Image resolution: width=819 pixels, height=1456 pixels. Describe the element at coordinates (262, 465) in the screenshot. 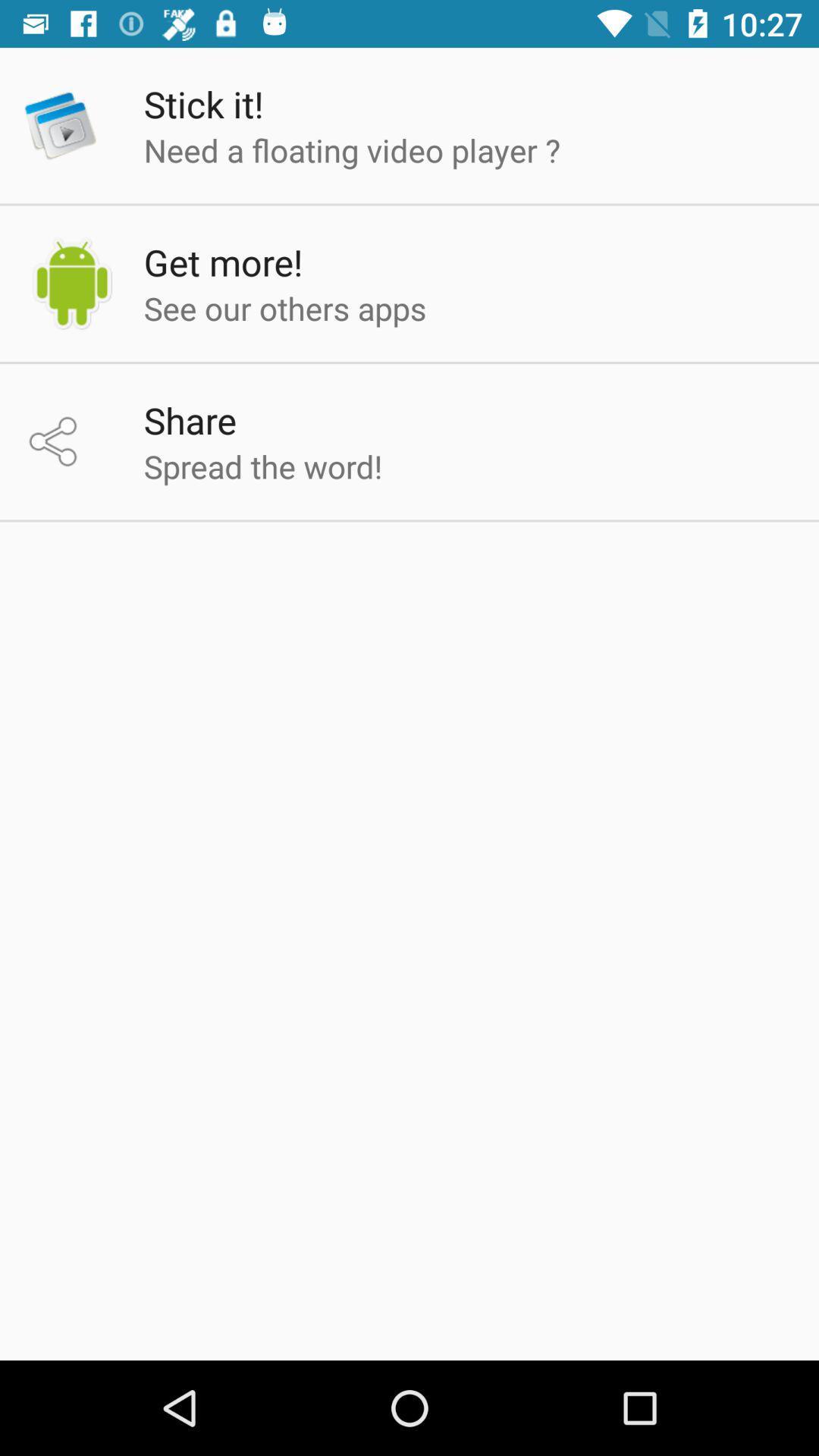

I see `spread the word!` at that location.